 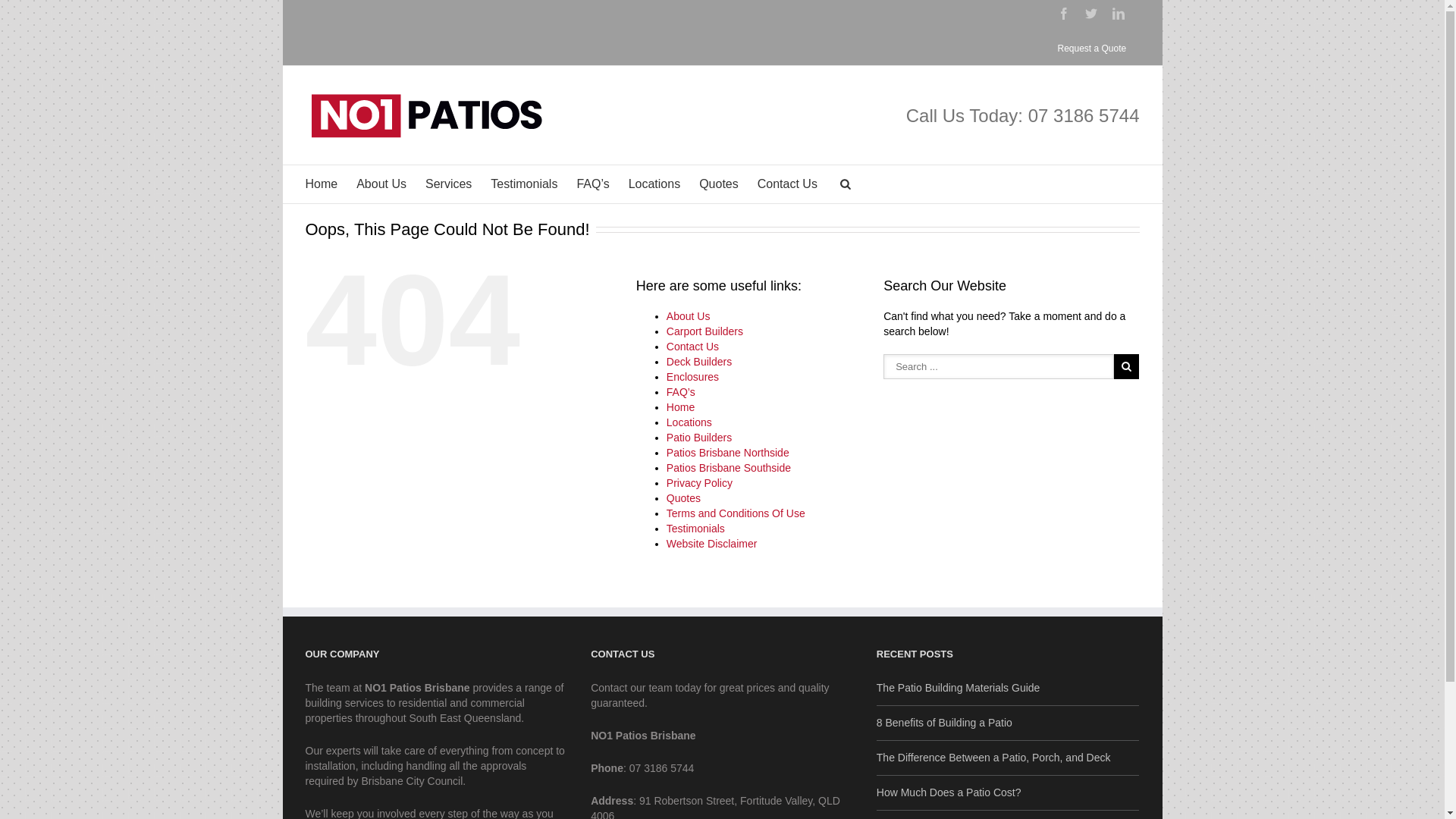 What do you see at coordinates (728, 452) in the screenshot?
I see `'Patios Brisbane Northside'` at bounding box center [728, 452].